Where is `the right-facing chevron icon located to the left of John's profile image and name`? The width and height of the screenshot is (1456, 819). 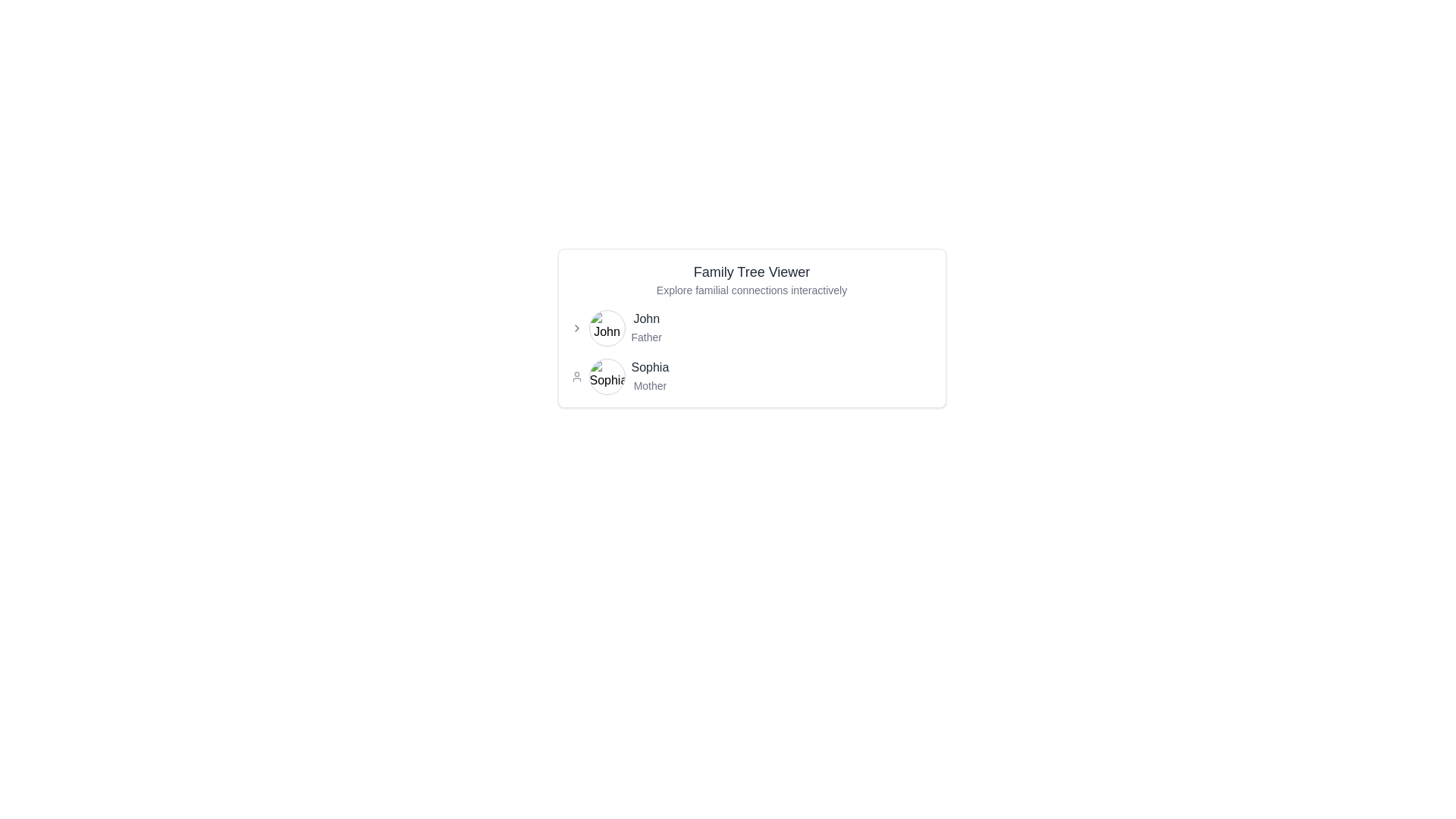
the right-facing chevron icon located to the left of John's profile image and name is located at coordinates (576, 327).